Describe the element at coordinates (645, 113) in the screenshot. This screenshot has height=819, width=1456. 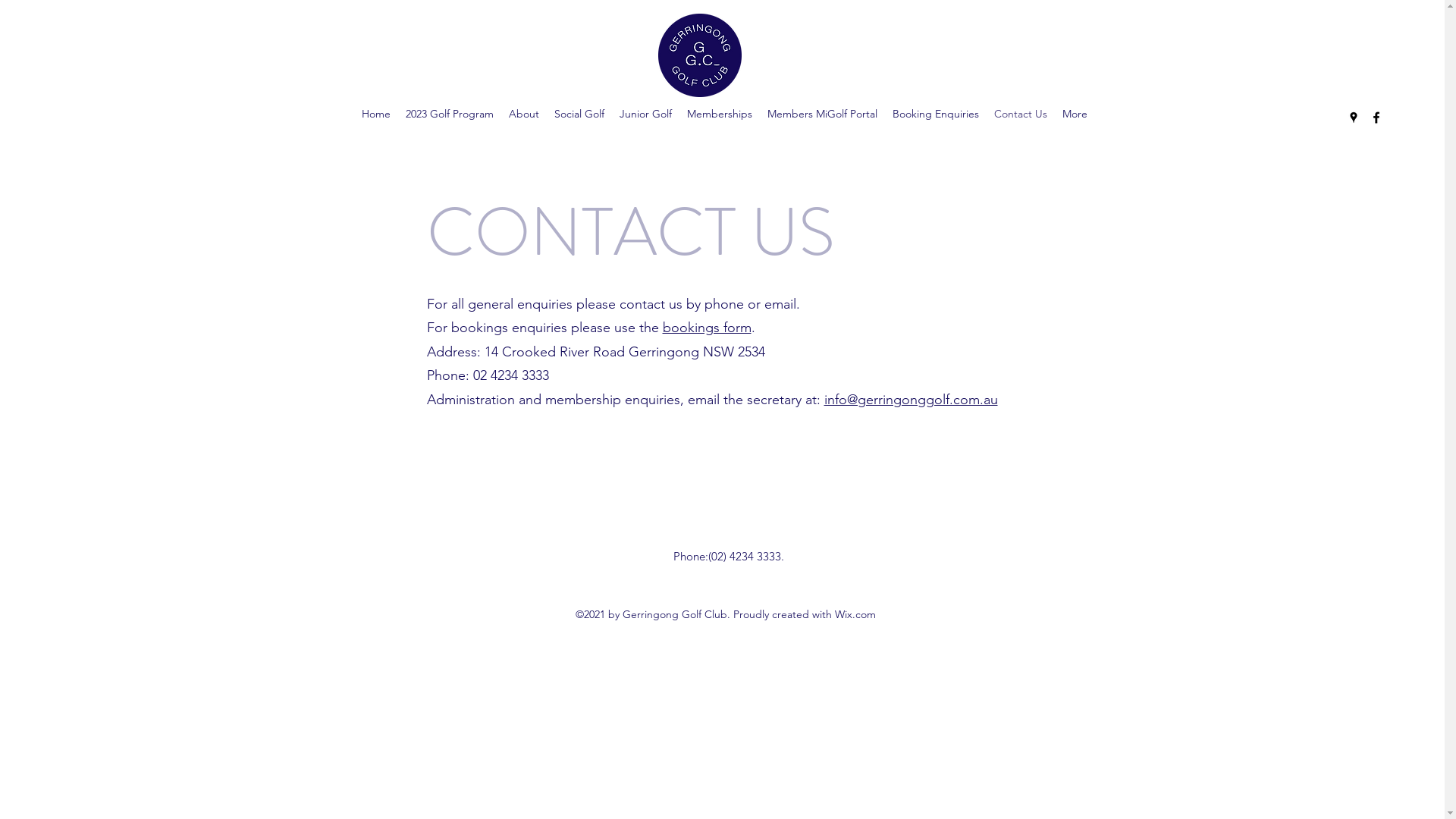
I see `'Junior Golf'` at that location.